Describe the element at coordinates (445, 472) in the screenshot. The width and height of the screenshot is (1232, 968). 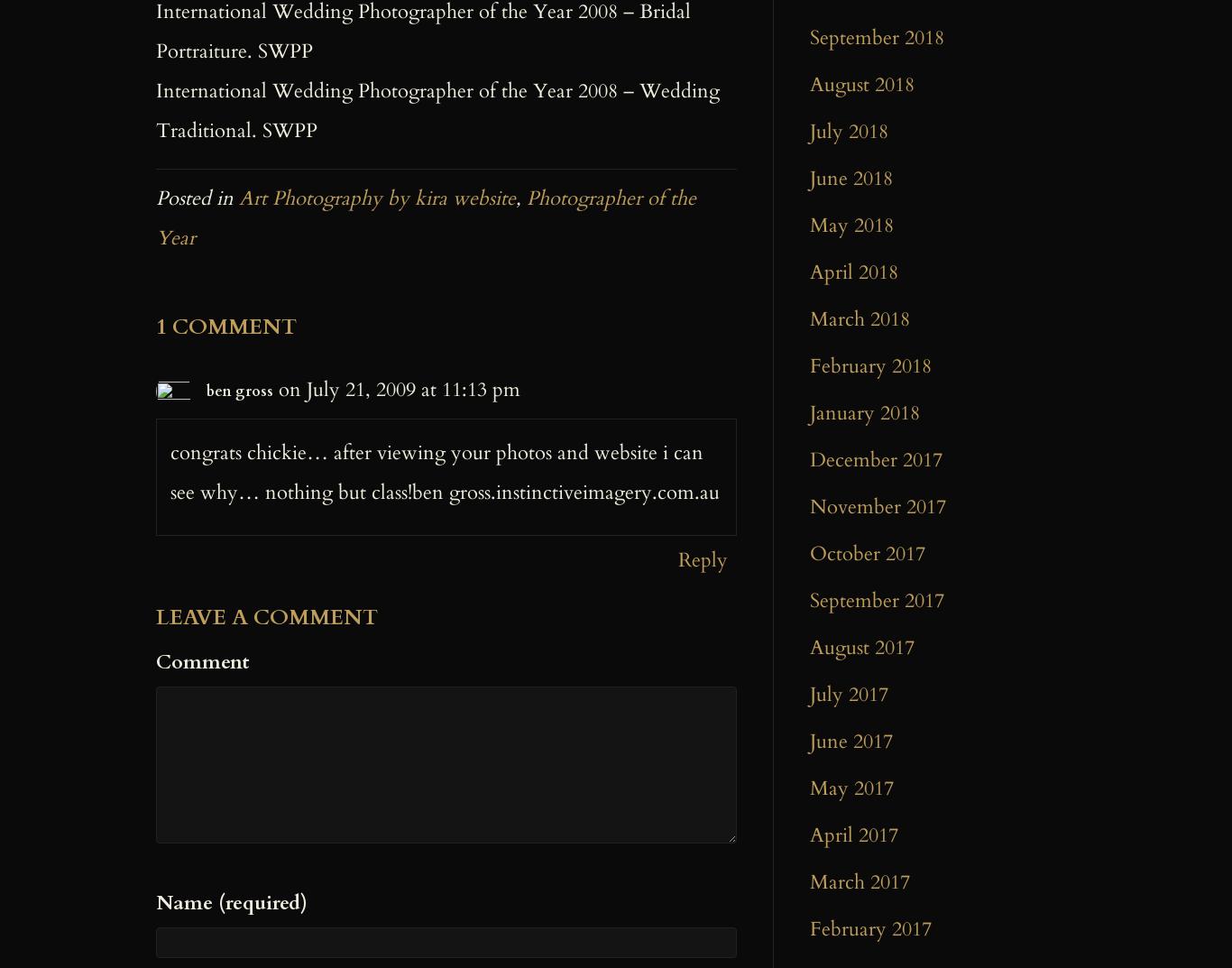
I see `'congrats chickie… after viewing your photos and website i can see why… nothing but class!ben gross.instinctiveimagery.com.au'` at that location.